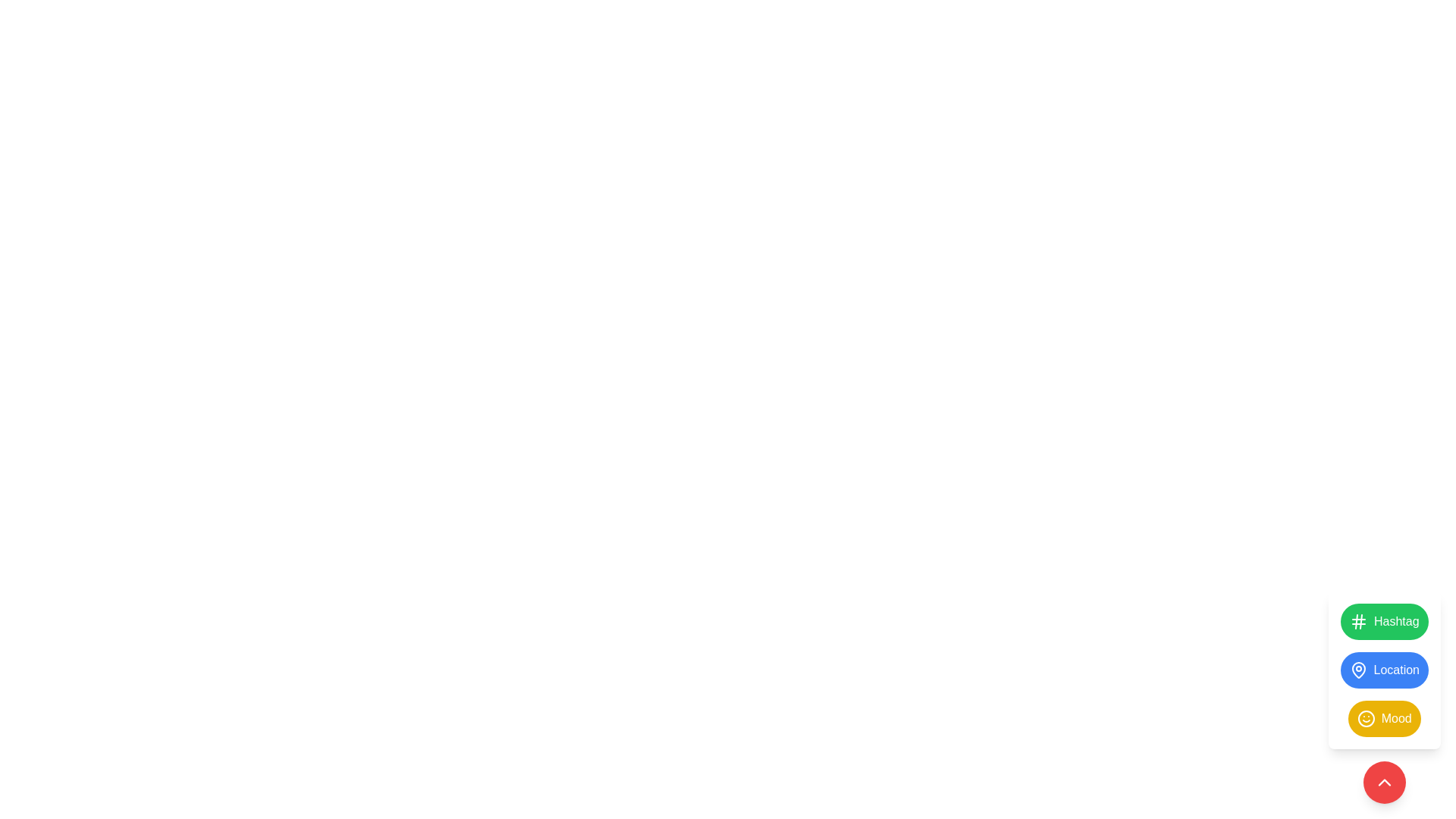 The height and width of the screenshot is (819, 1456). I want to click on the SVG icon with a smiley face design located within a yellow circular background, which is positioned to the left of the 'Mood' button, the third button in a vertical stack, so click(1366, 718).